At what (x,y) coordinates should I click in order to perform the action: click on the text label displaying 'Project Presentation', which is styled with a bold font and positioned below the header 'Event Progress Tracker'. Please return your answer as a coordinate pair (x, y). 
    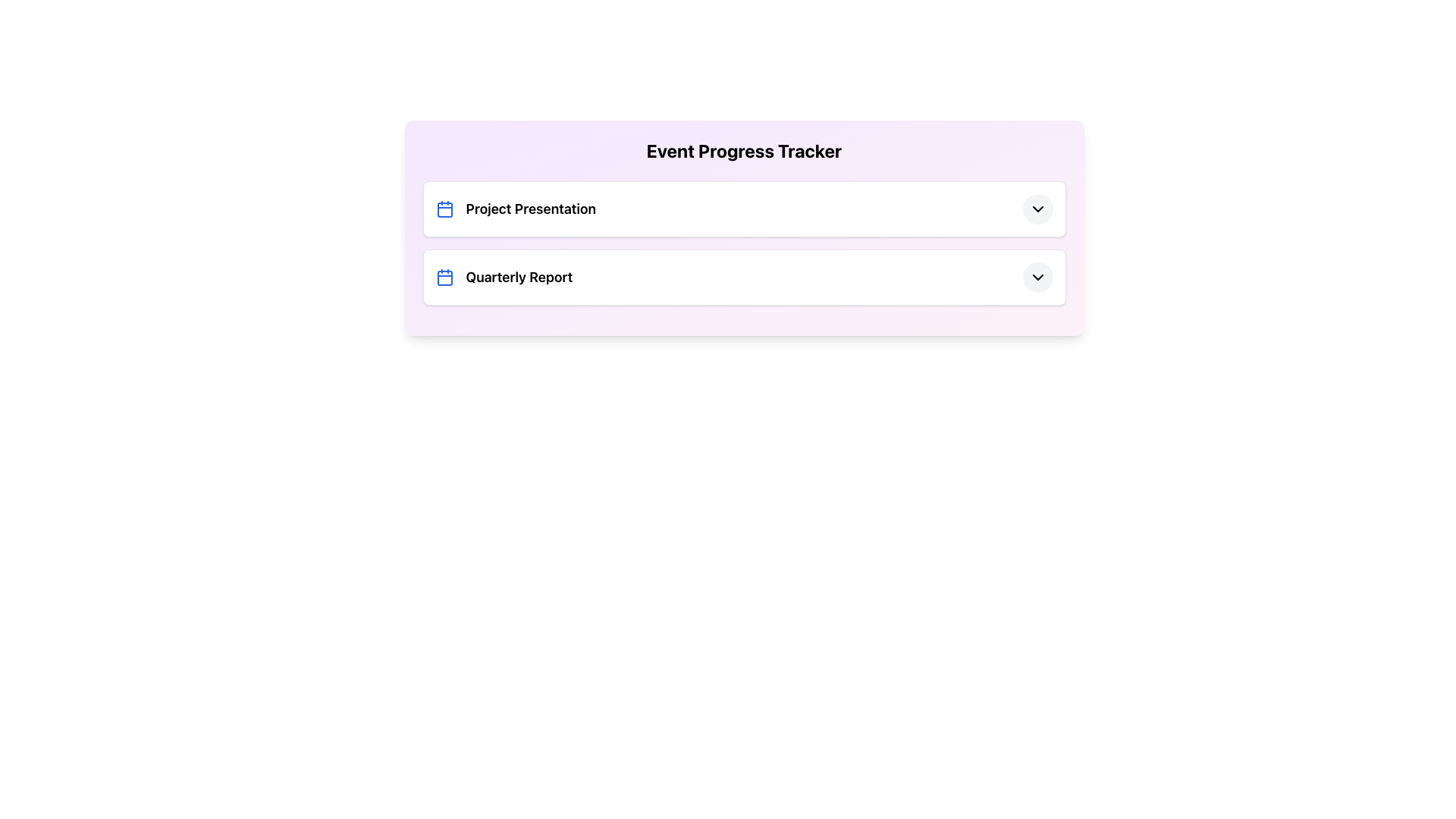
    Looking at the image, I should click on (531, 209).